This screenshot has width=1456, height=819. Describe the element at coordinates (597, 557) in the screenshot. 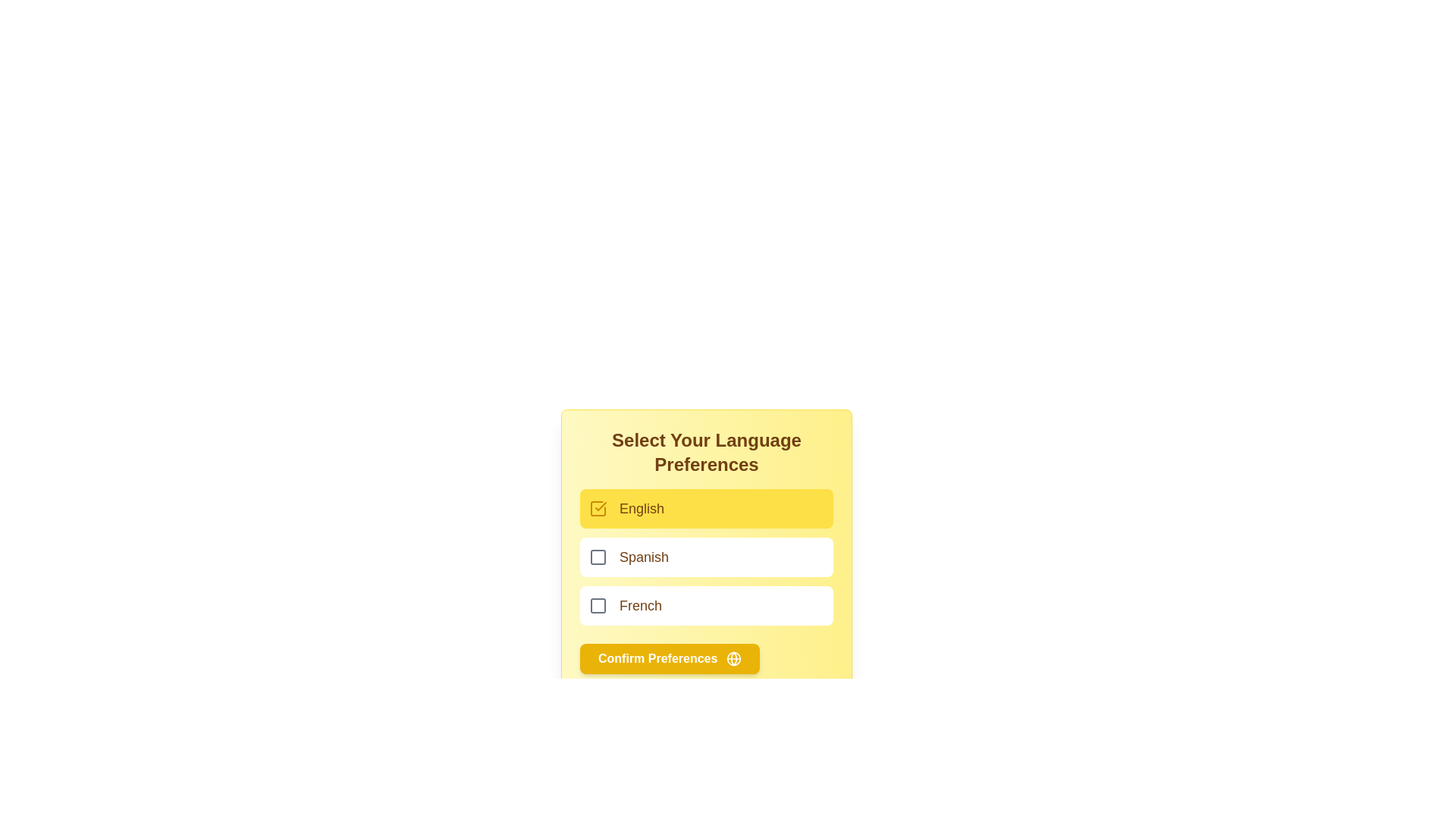

I see `the checkbox for the Spanish language option, which is a square icon with rounded corners and a gray border, located` at that location.